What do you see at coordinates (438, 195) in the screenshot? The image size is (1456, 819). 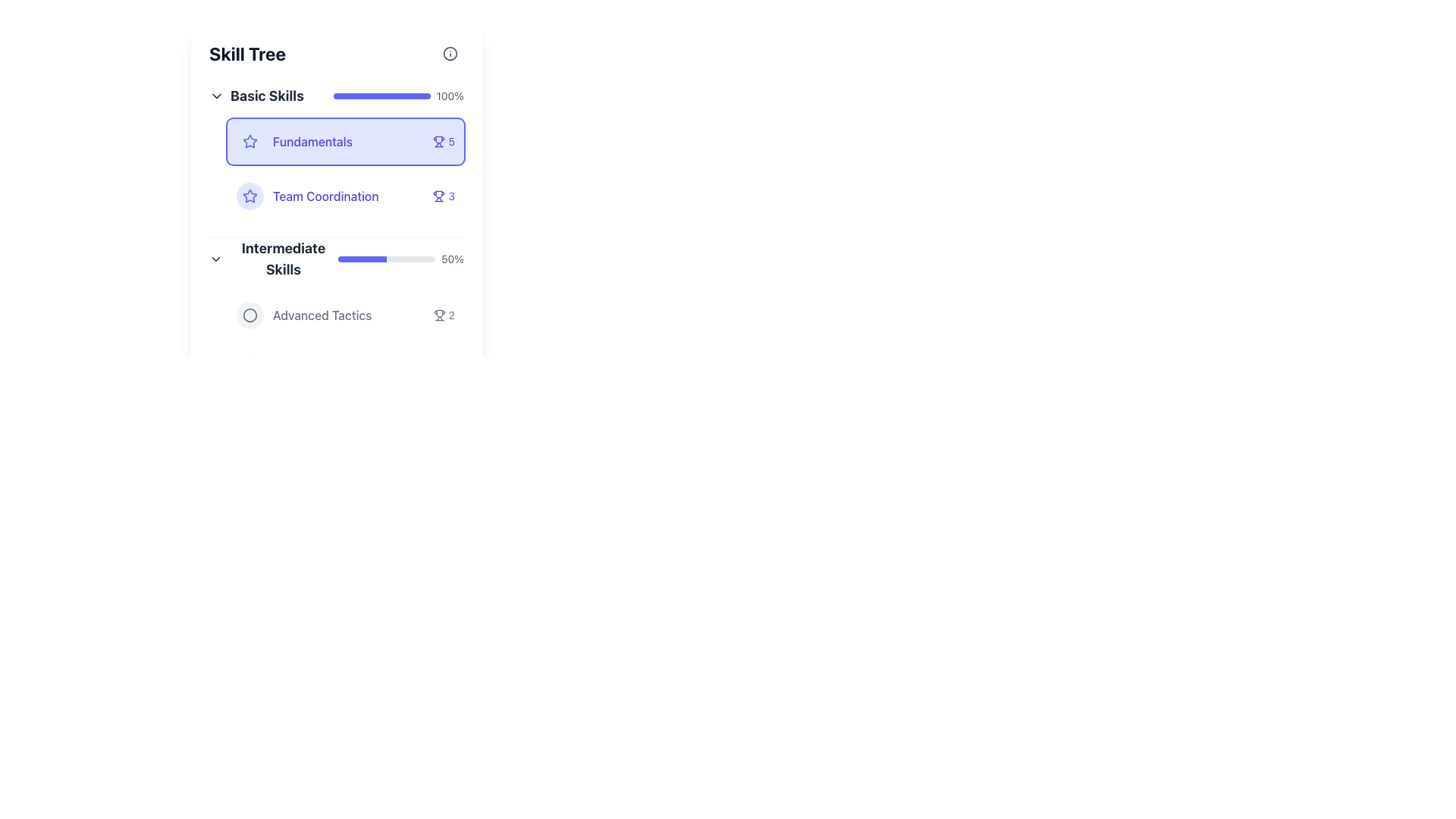 I see `the status of the trophy icon representing achievements for the 'Team Coordination' skill, located between the skill name and the number '3'` at bounding box center [438, 195].